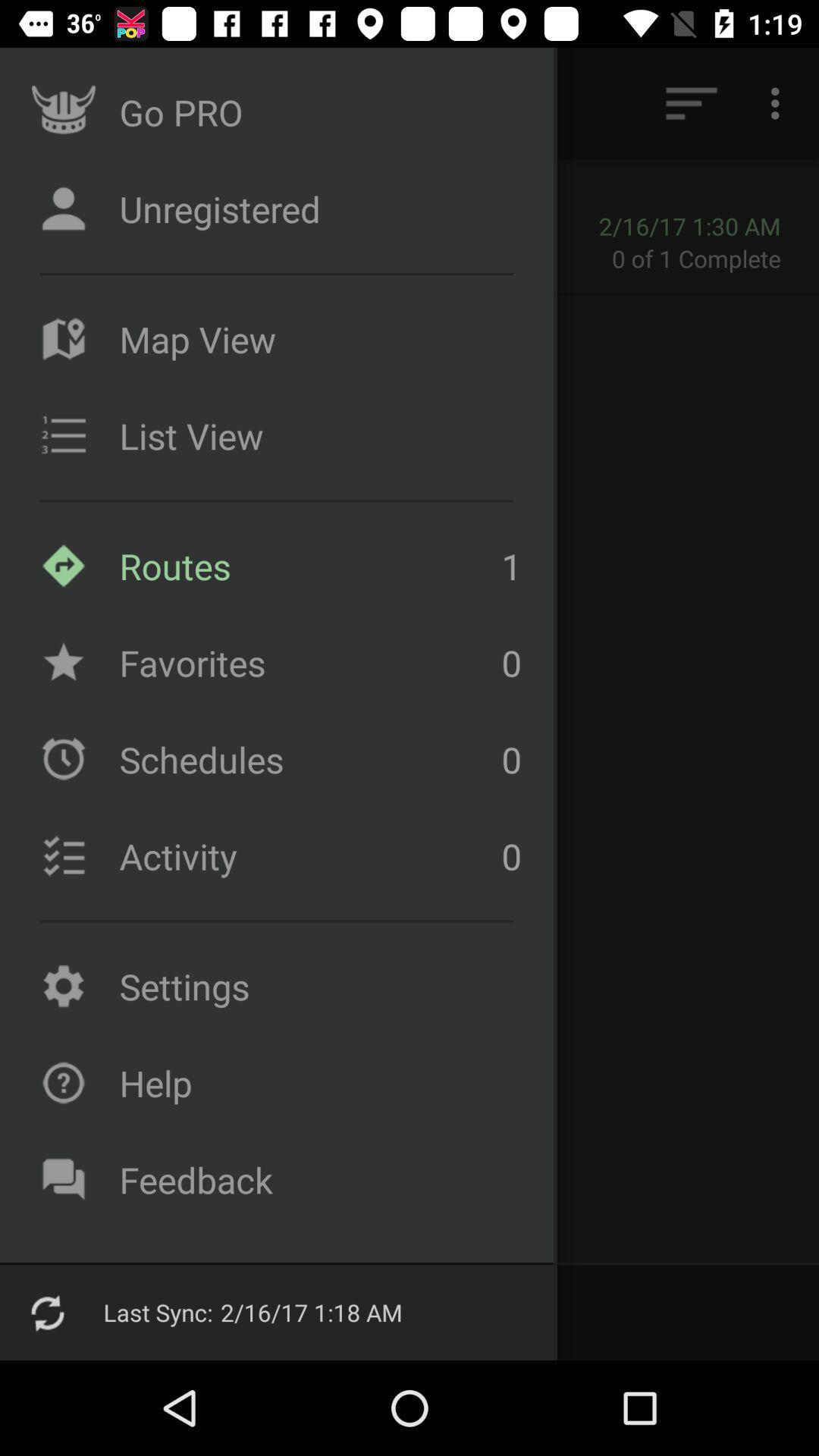 This screenshot has width=819, height=1456. I want to click on the feedback icon, so click(315, 1178).